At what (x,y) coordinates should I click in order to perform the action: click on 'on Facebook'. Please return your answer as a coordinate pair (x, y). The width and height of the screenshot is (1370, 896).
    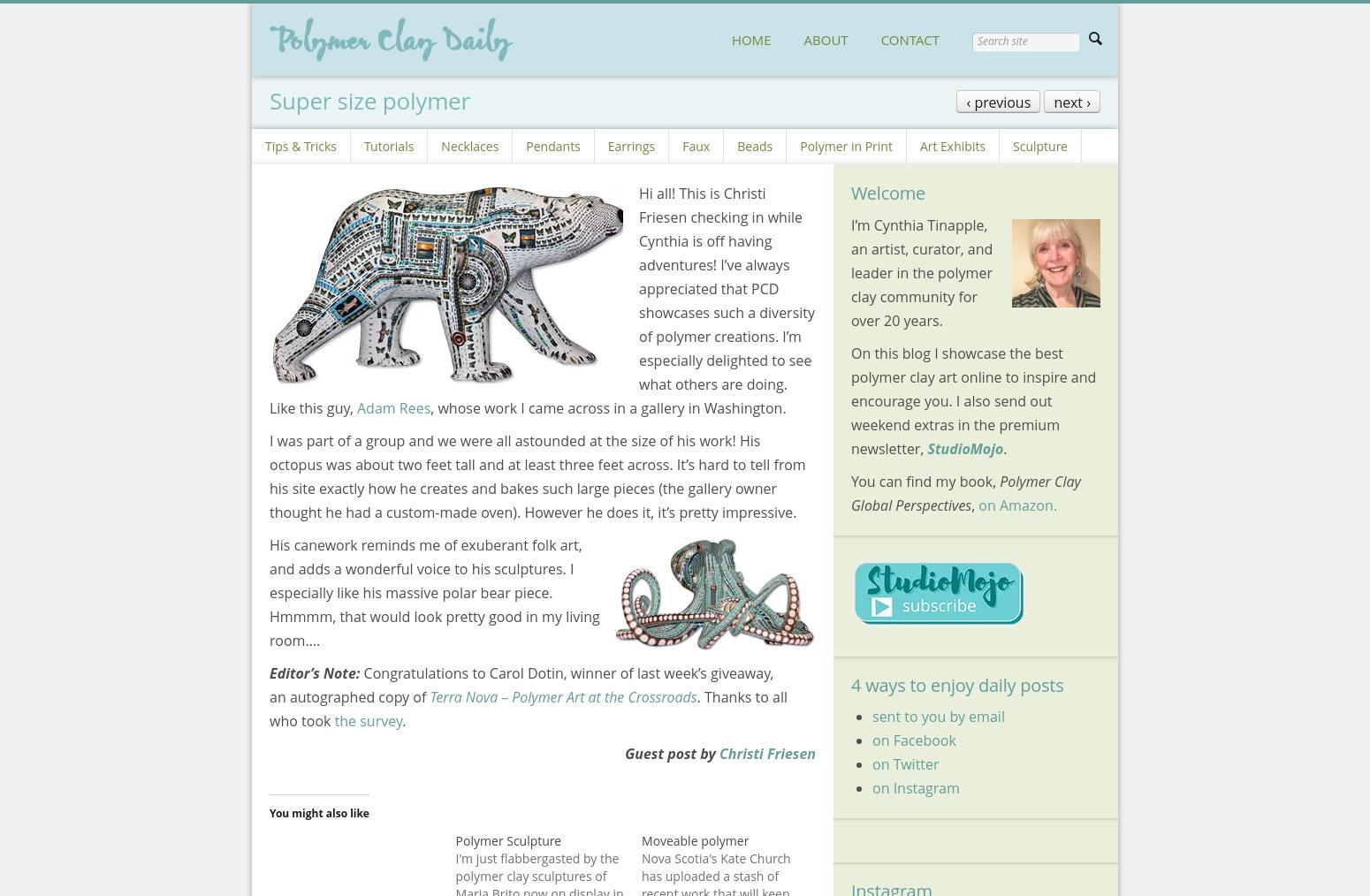
    Looking at the image, I should click on (914, 740).